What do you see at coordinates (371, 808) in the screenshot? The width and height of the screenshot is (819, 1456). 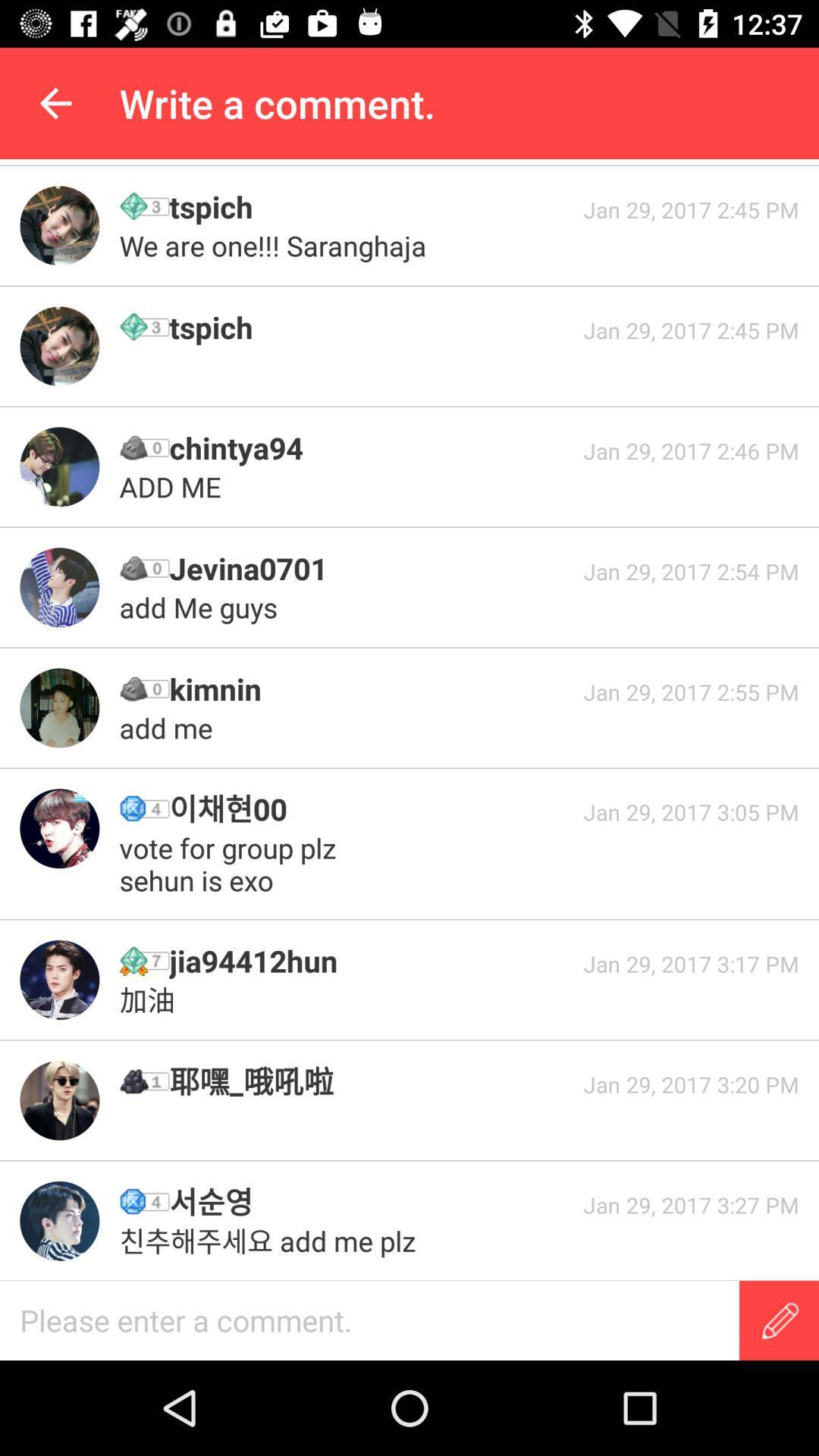 I see `the item below add me` at bounding box center [371, 808].